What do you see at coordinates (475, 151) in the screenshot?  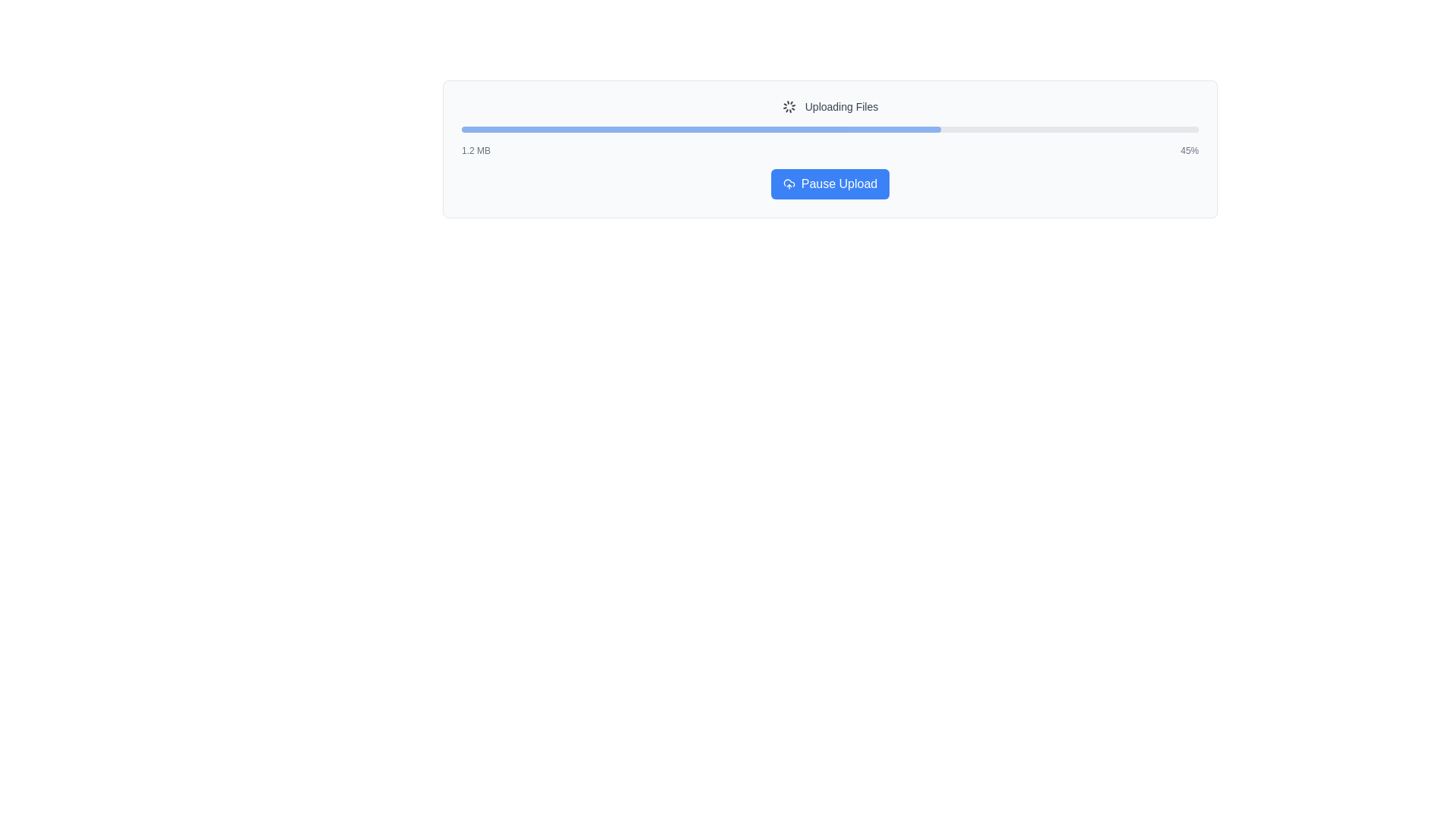 I see `the text label displaying '1.2 MB', which is styled in gray color and is part of the file upload status bar interface` at bounding box center [475, 151].